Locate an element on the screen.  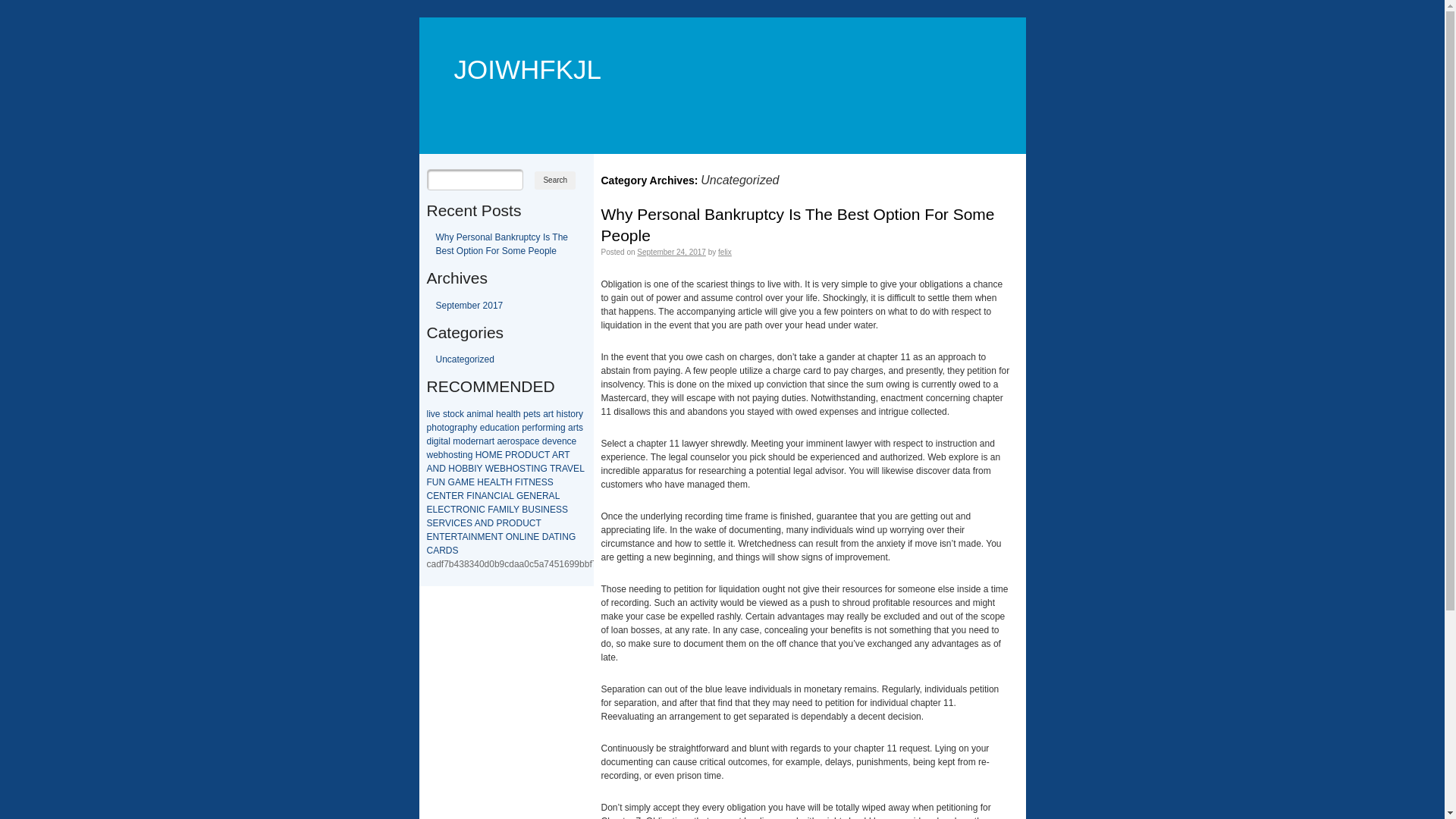
'T' is located at coordinates (526, 482).